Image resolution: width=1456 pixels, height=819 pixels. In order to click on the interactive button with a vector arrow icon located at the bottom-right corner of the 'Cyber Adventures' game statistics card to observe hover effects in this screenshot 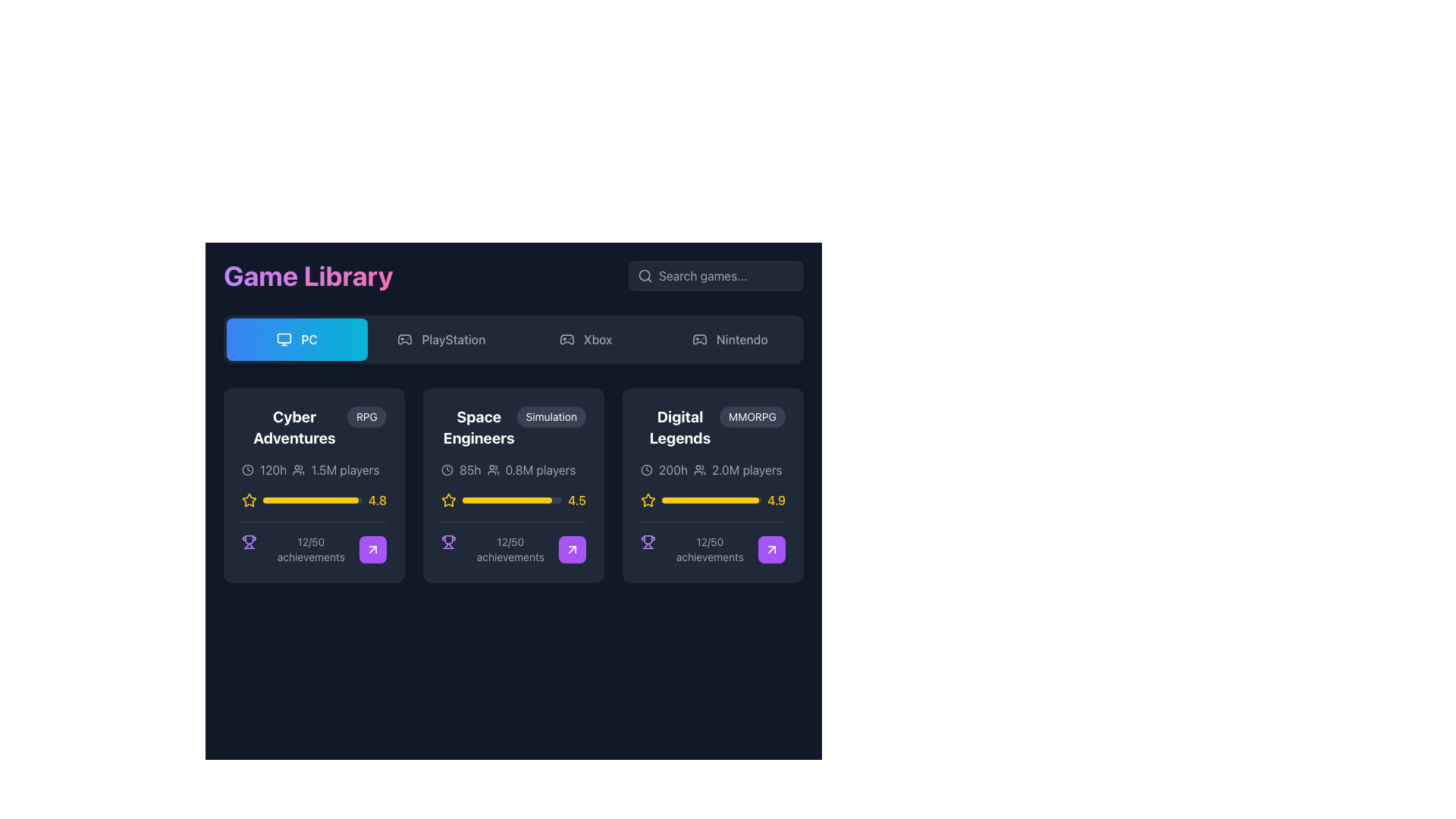, I will do `click(372, 550)`.